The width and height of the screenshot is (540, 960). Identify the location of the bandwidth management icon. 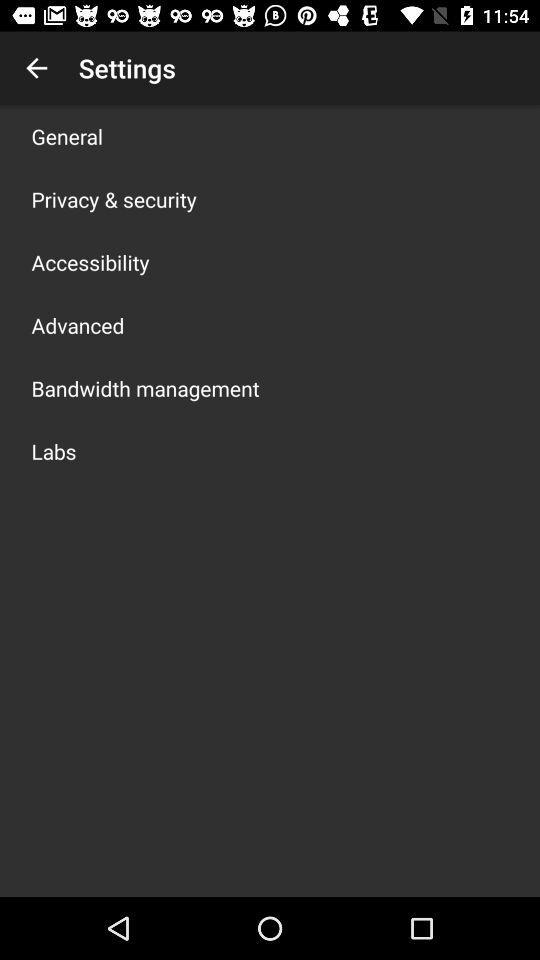
(144, 387).